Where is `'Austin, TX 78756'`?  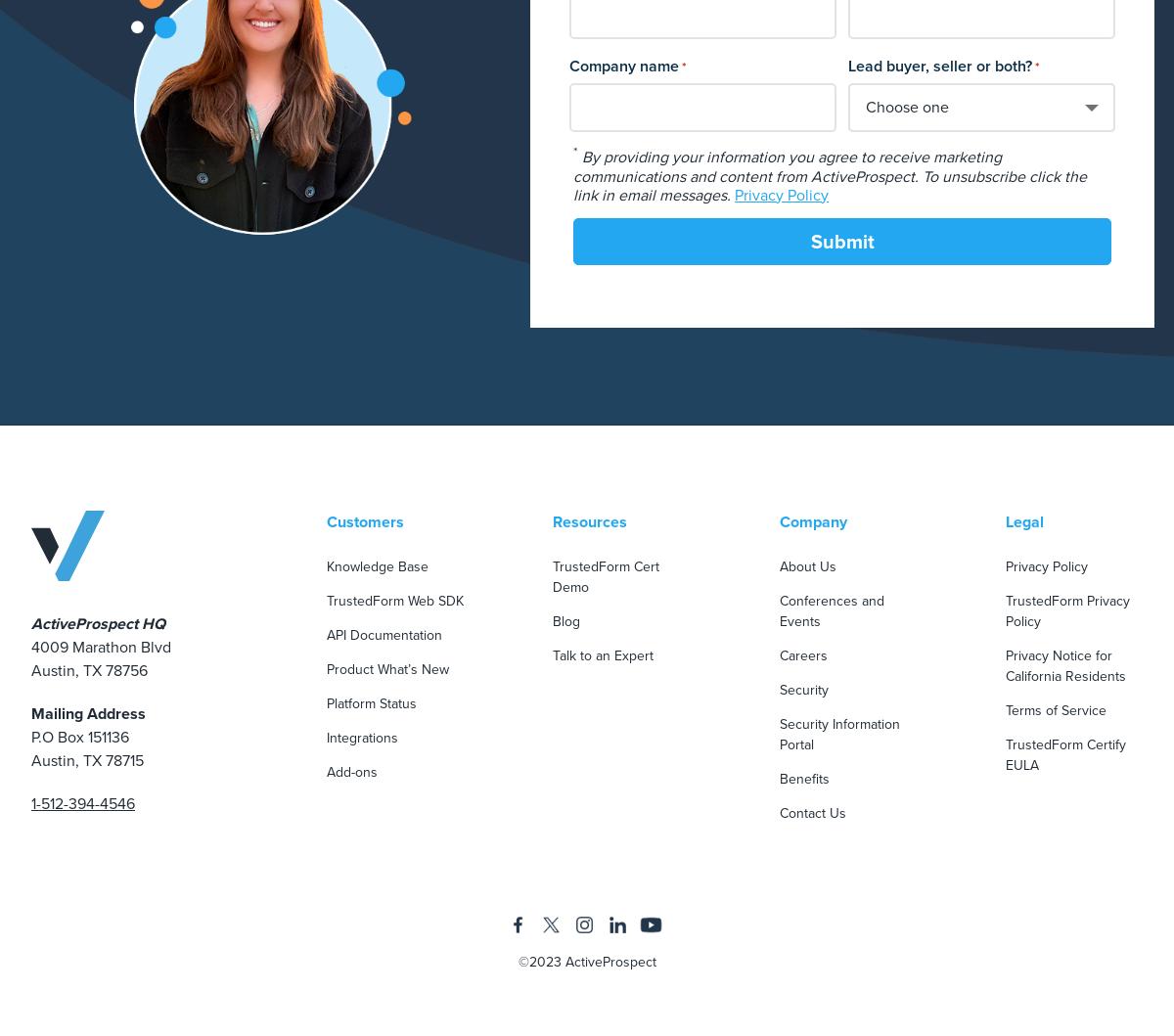 'Austin, TX 78756' is located at coordinates (31, 668).